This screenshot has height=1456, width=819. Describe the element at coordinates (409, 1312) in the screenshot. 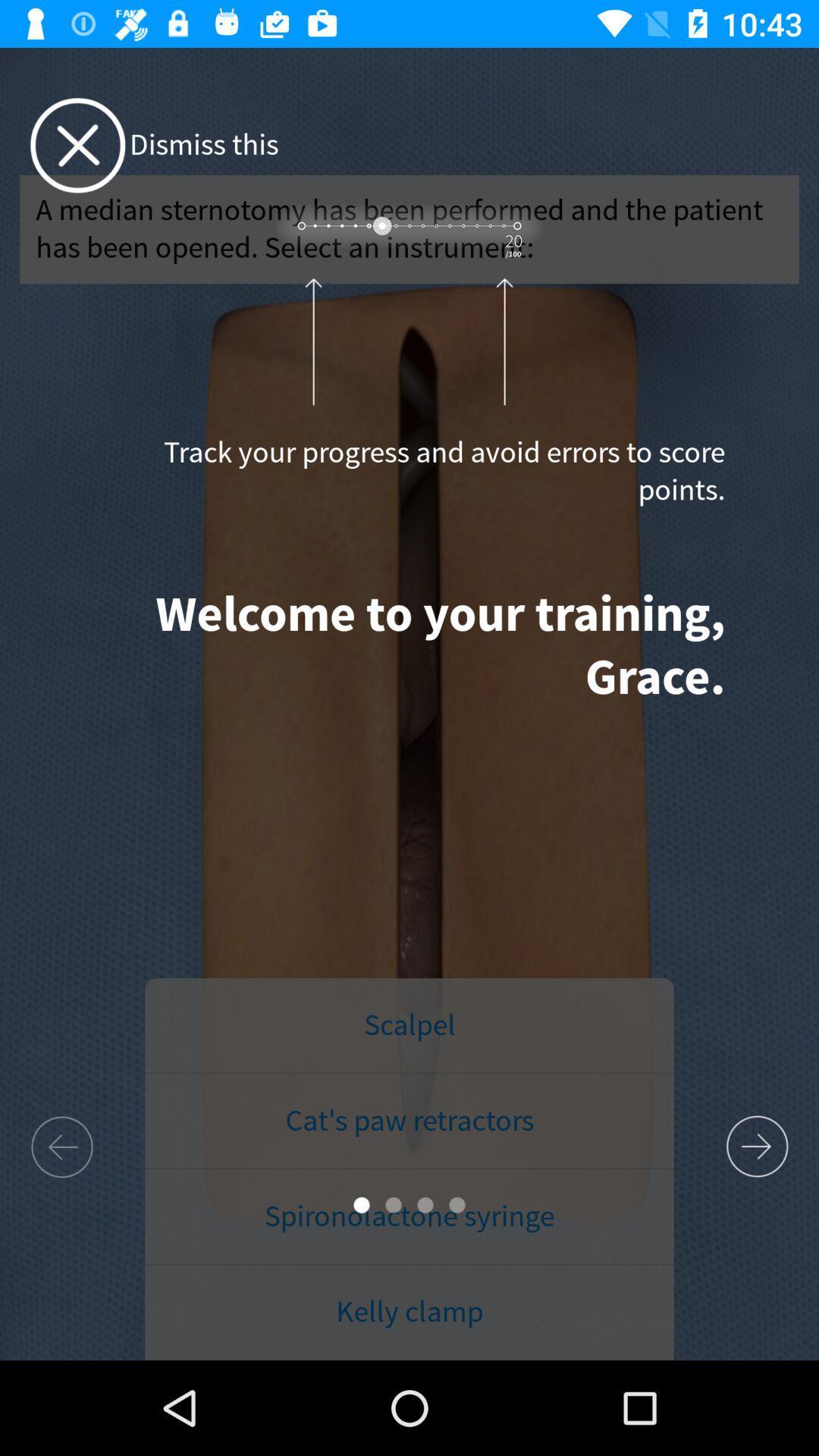

I see `kelly clamp` at that location.